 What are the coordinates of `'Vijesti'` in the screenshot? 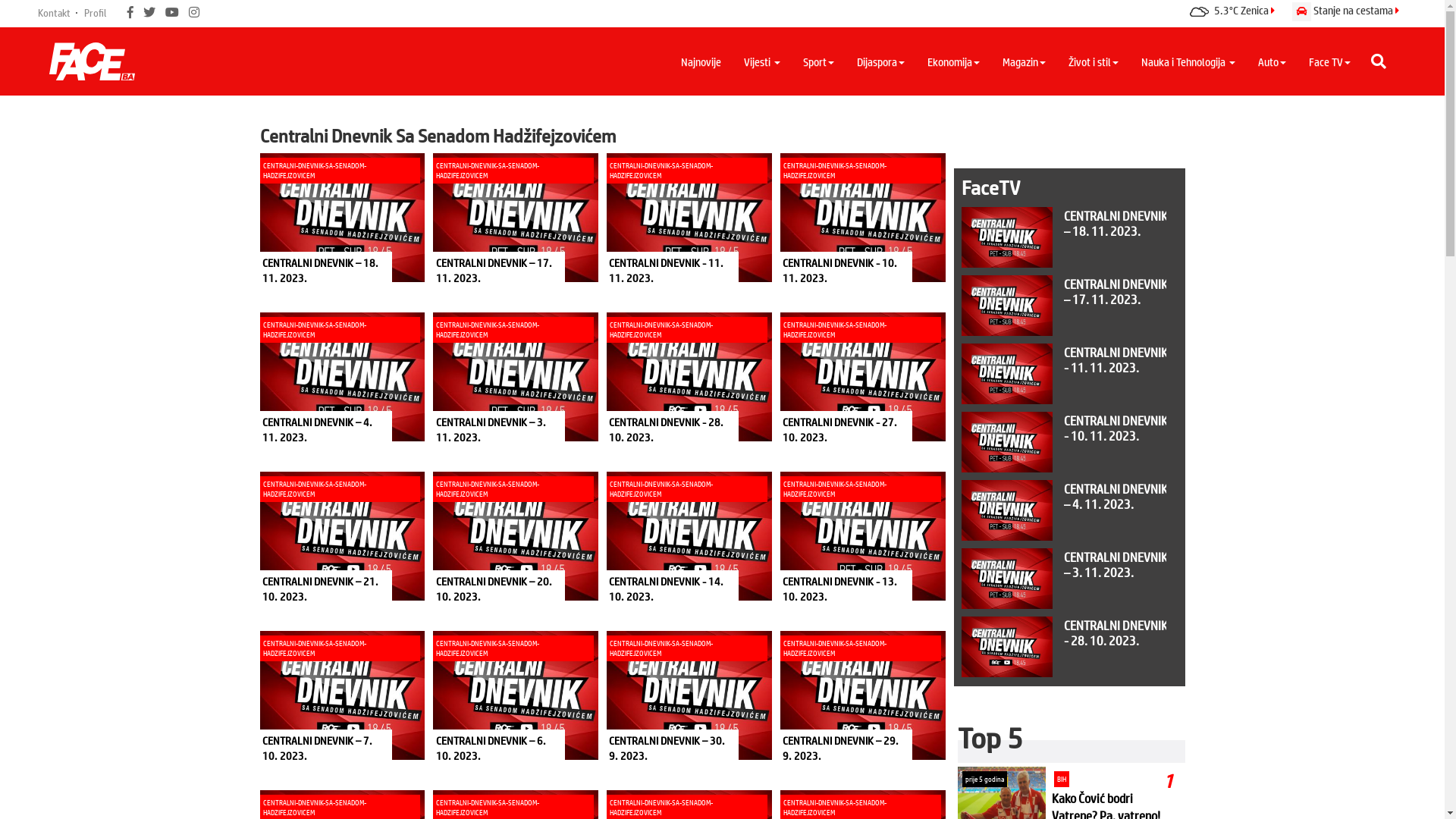 It's located at (761, 61).